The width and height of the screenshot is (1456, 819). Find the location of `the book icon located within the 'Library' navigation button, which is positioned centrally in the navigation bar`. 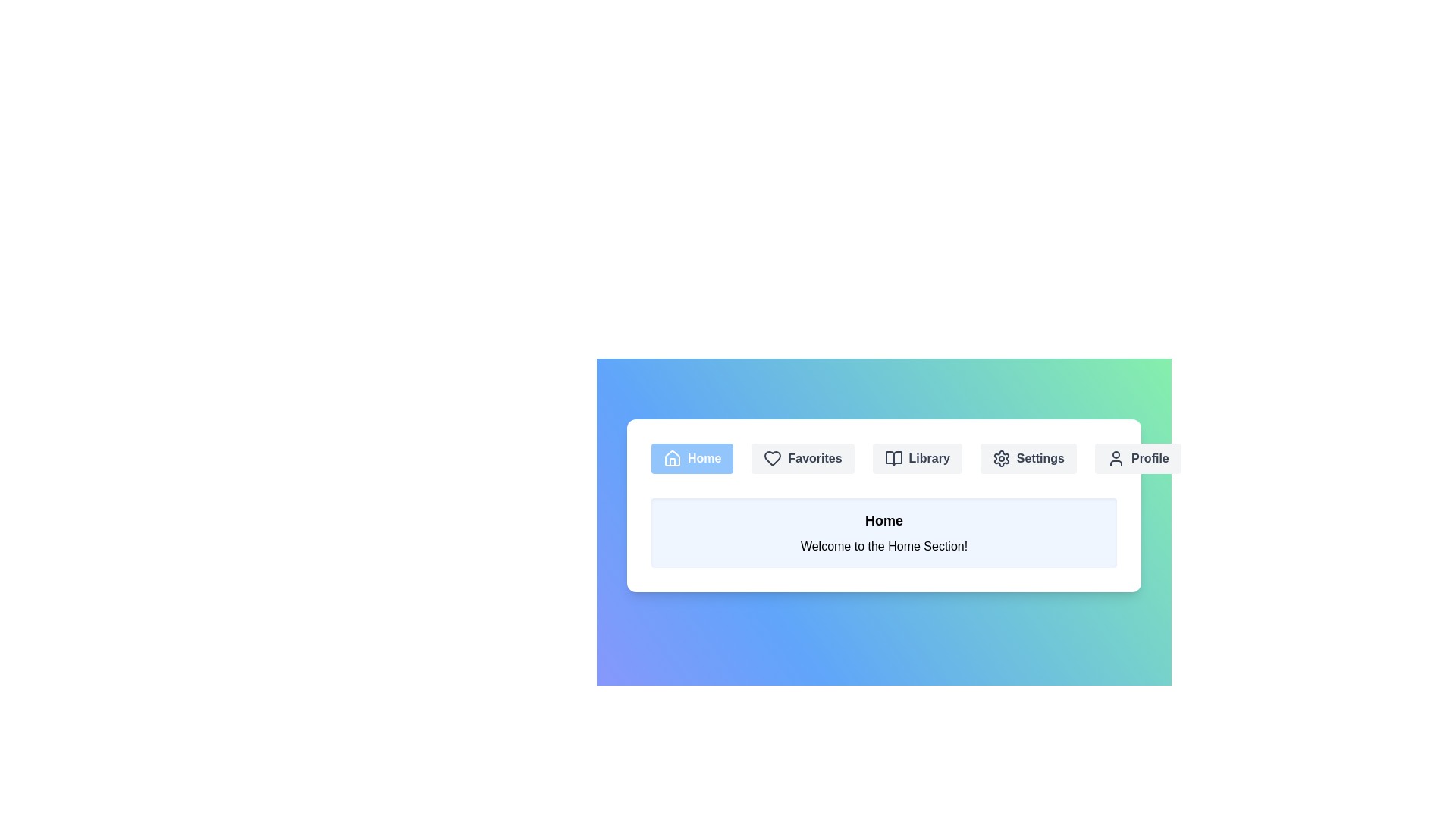

the book icon located within the 'Library' navigation button, which is positioned centrally in the navigation bar is located at coordinates (893, 458).